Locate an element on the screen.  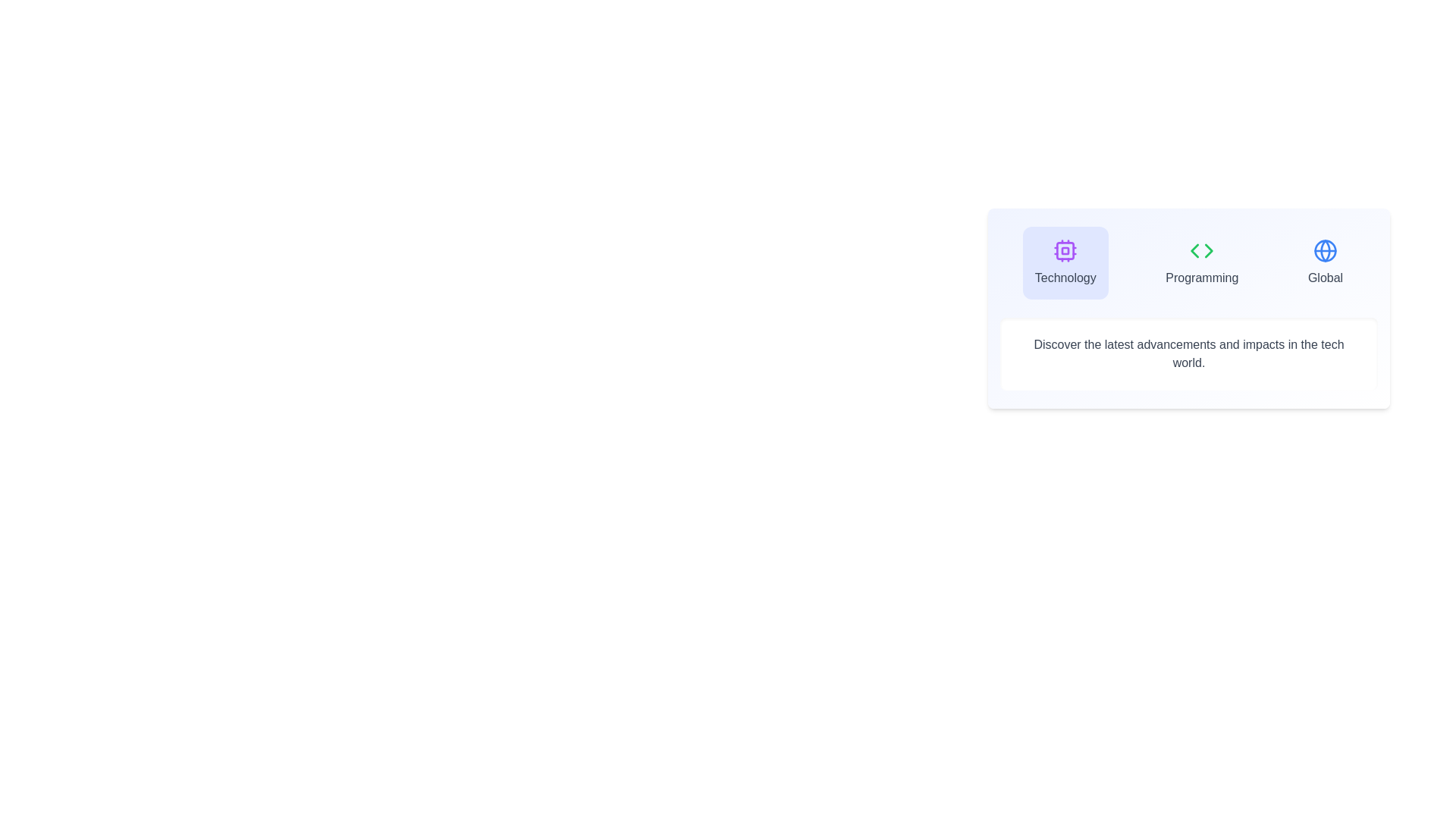
the tab labeled Programming to view its content is located at coordinates (1201, 262).